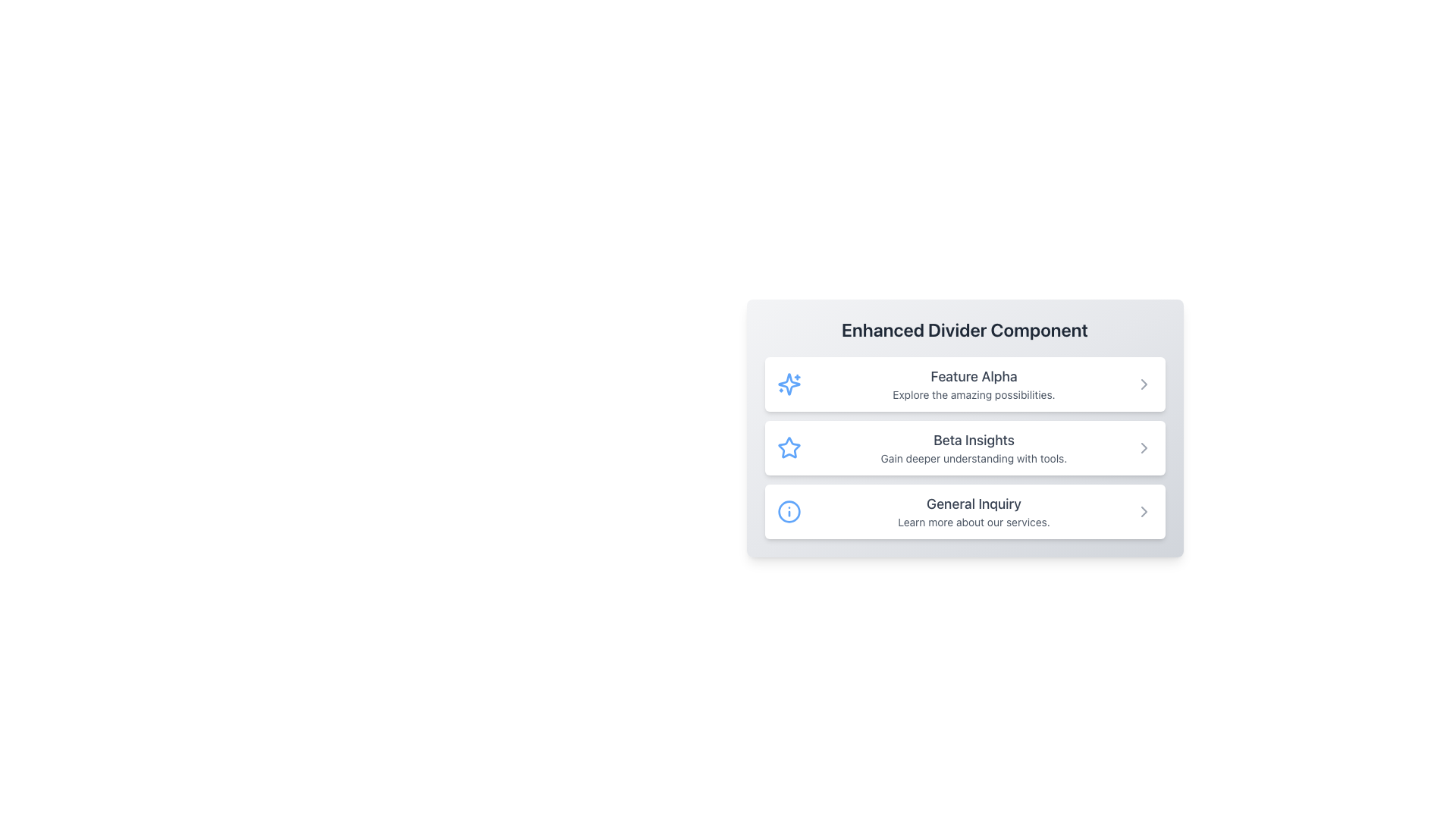 This screenshot has height=819, width=1456. What do you see at coordinates (974, 458) in the screenshot?
I see `the descriptive tagline element below the 'Beta Insights' headline, which provides additional information related to that section` at bounding box center [974, 458].